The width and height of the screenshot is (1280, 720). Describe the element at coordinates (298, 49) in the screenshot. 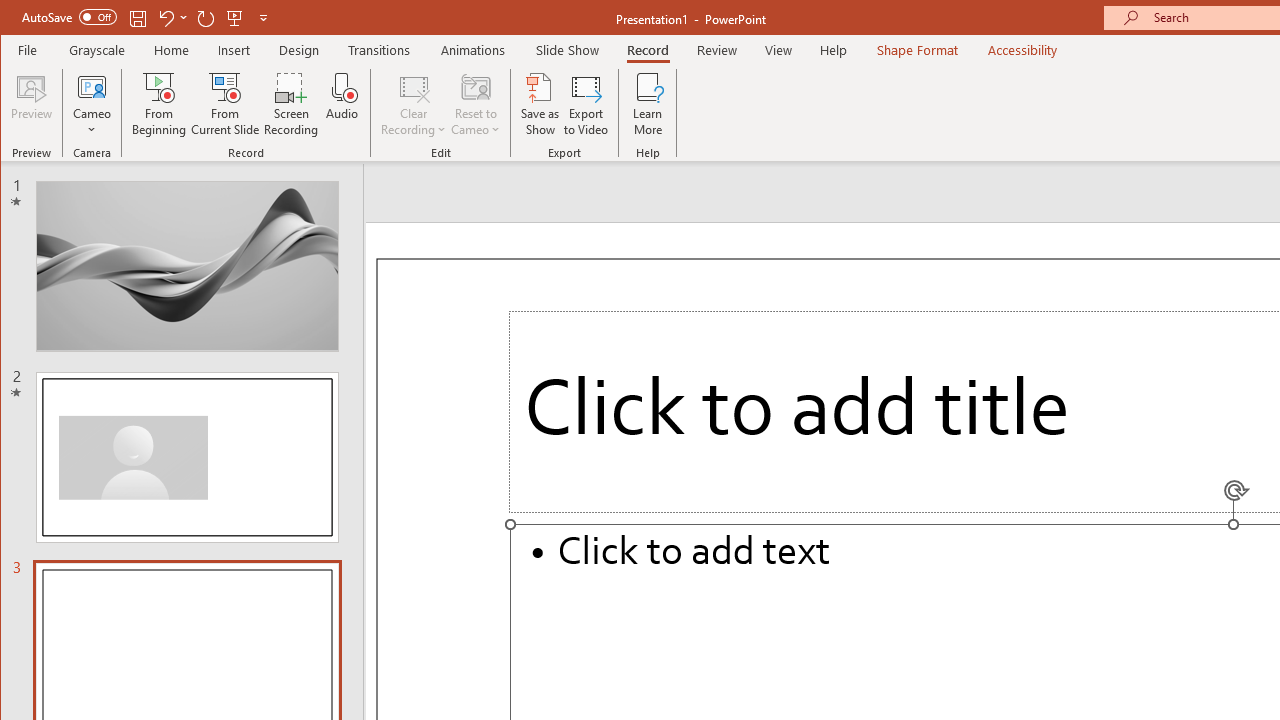

I see `'Design'` at that location.